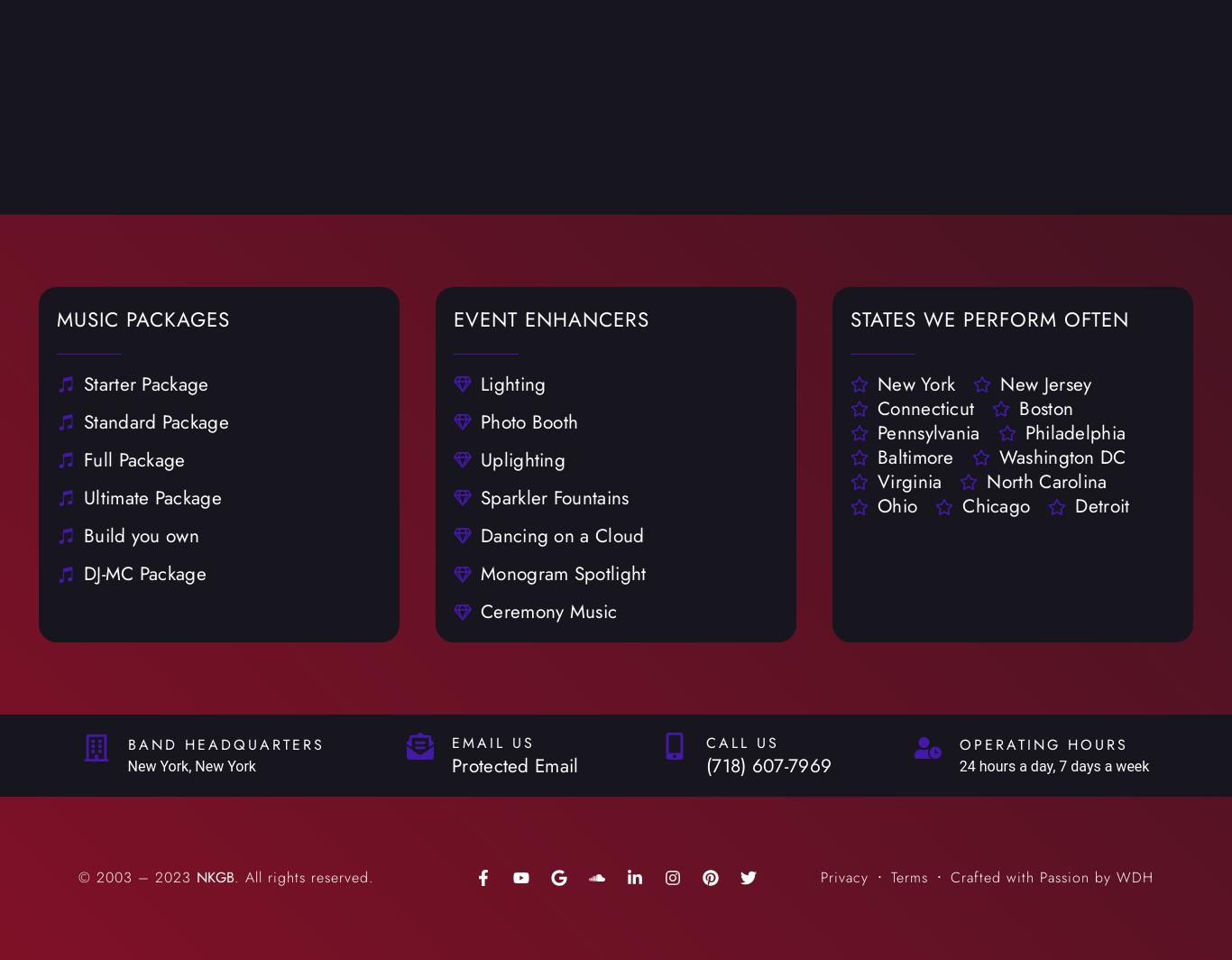 The width and height of the screenshot is (1232, 960). What do you see at coordinates (958, 765) in the screenshot?
I see `'24 hours a day, 7 days a week'` at bounding box center [958, 765].